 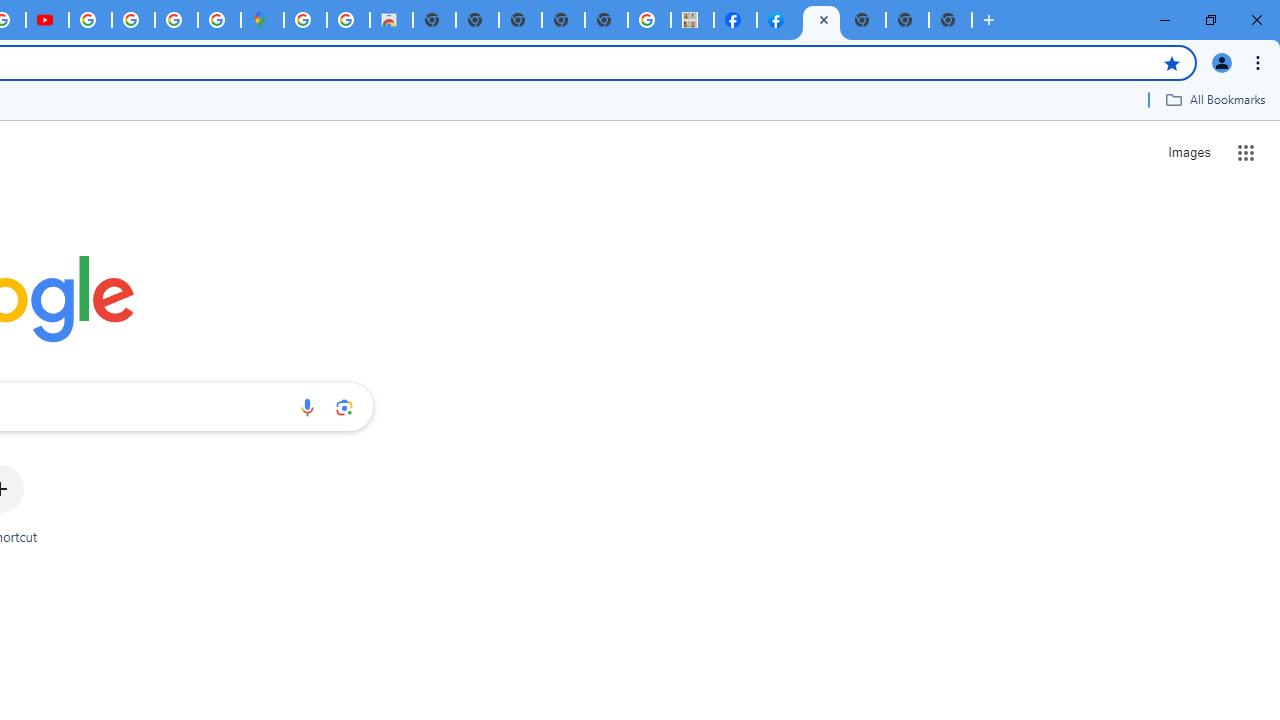 I want to click on 'Search by image', so click(x=344, y=406).